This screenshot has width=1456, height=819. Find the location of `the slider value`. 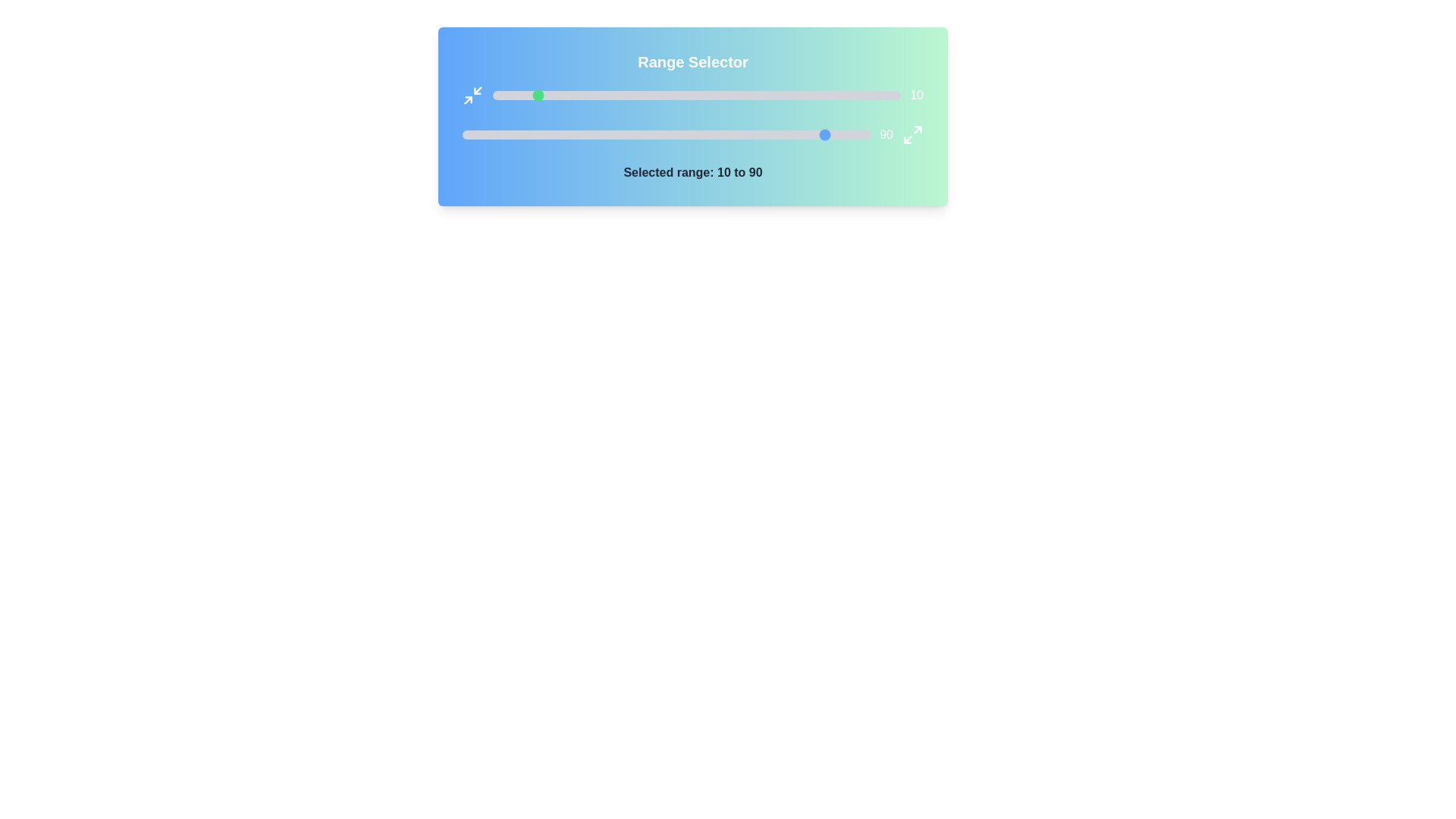

the slider value is located at coordinates (805, 133).